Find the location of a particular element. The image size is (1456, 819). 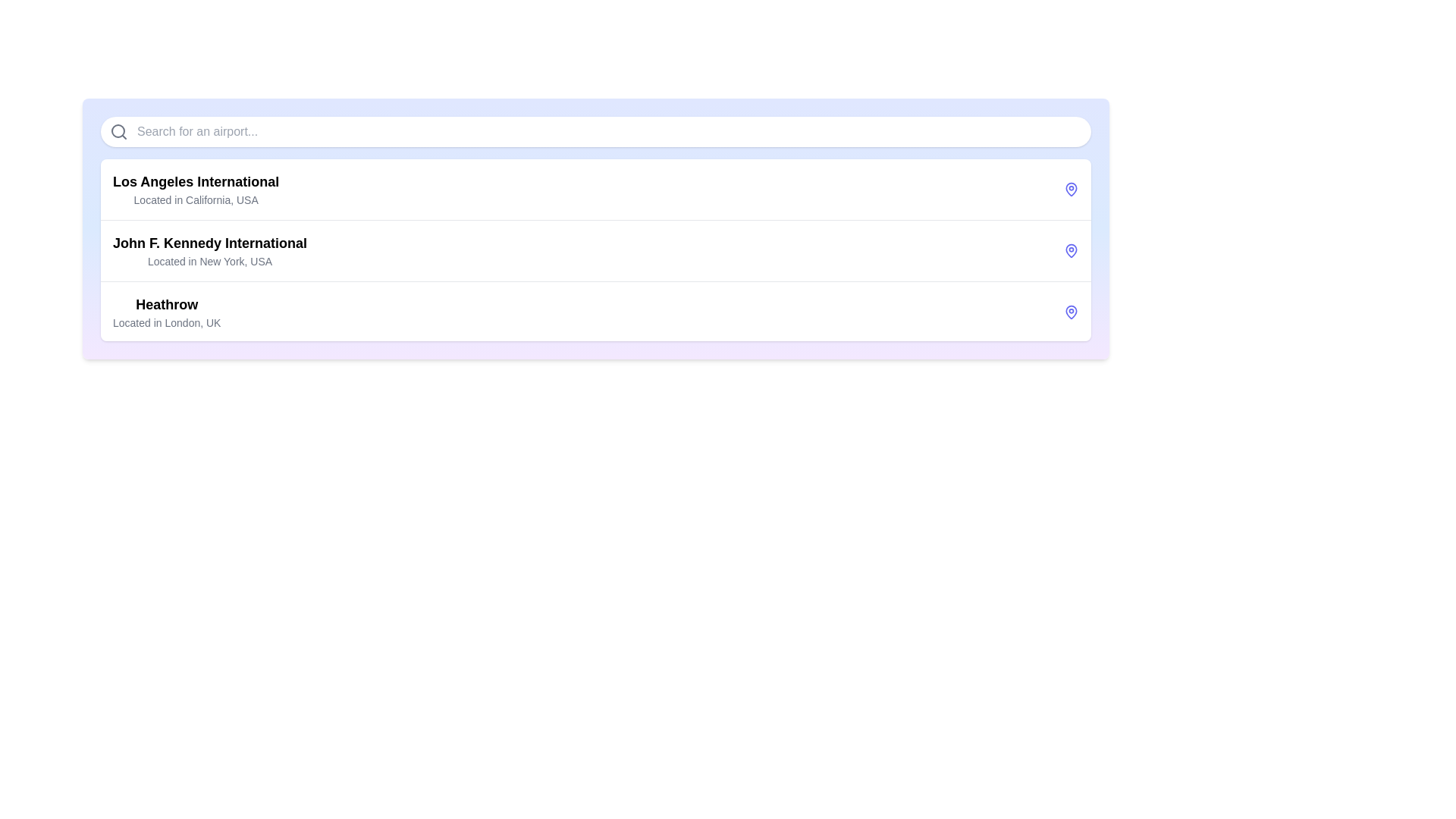

the static informational label providing details about 'Heathrow', which specifies its location as 'London, UK', located beneath the 'Heathrow' heading in the third list item is located at coordinates (167, 322).